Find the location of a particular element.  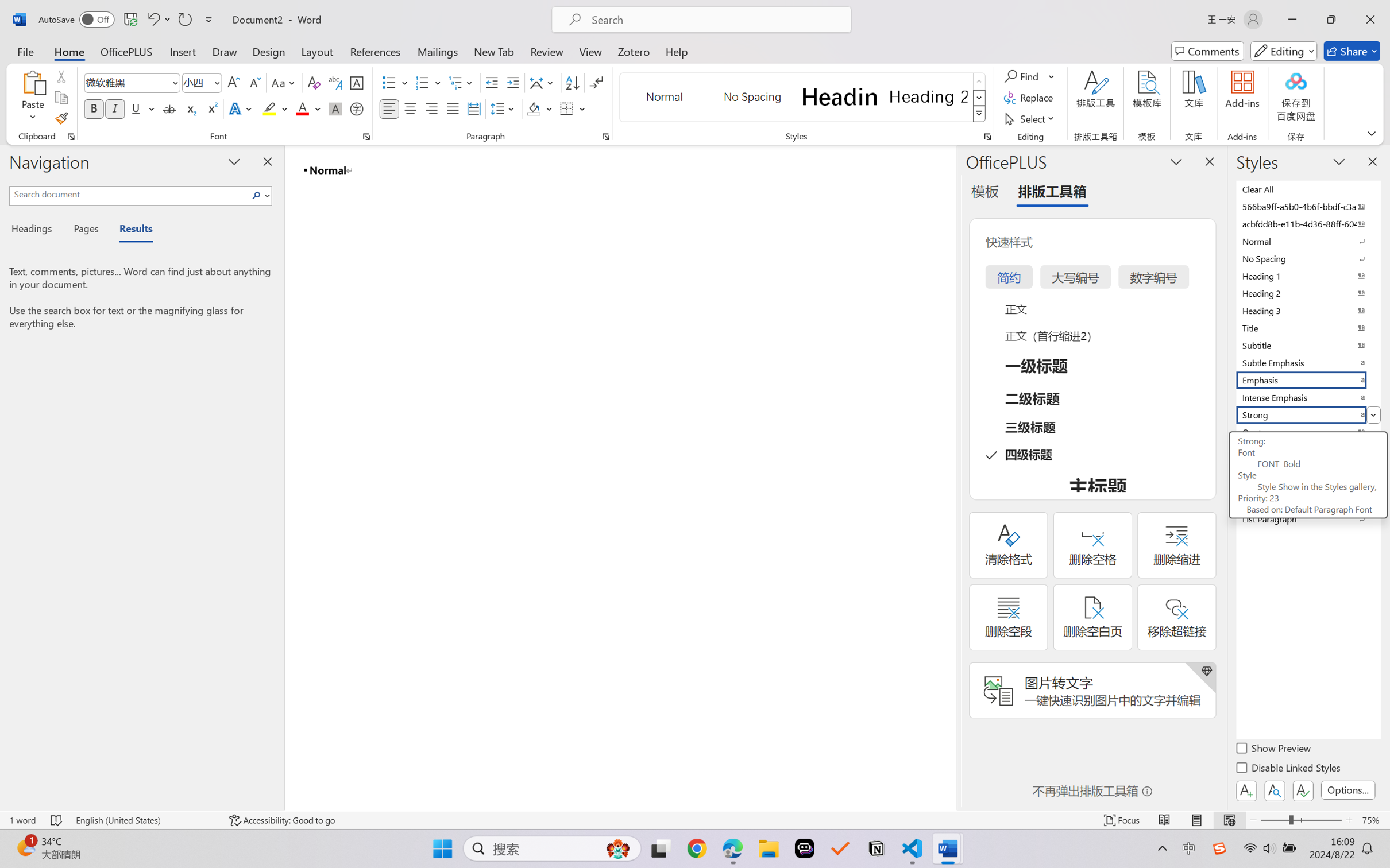

'Heading 2' is located at coordinates (928, 96).